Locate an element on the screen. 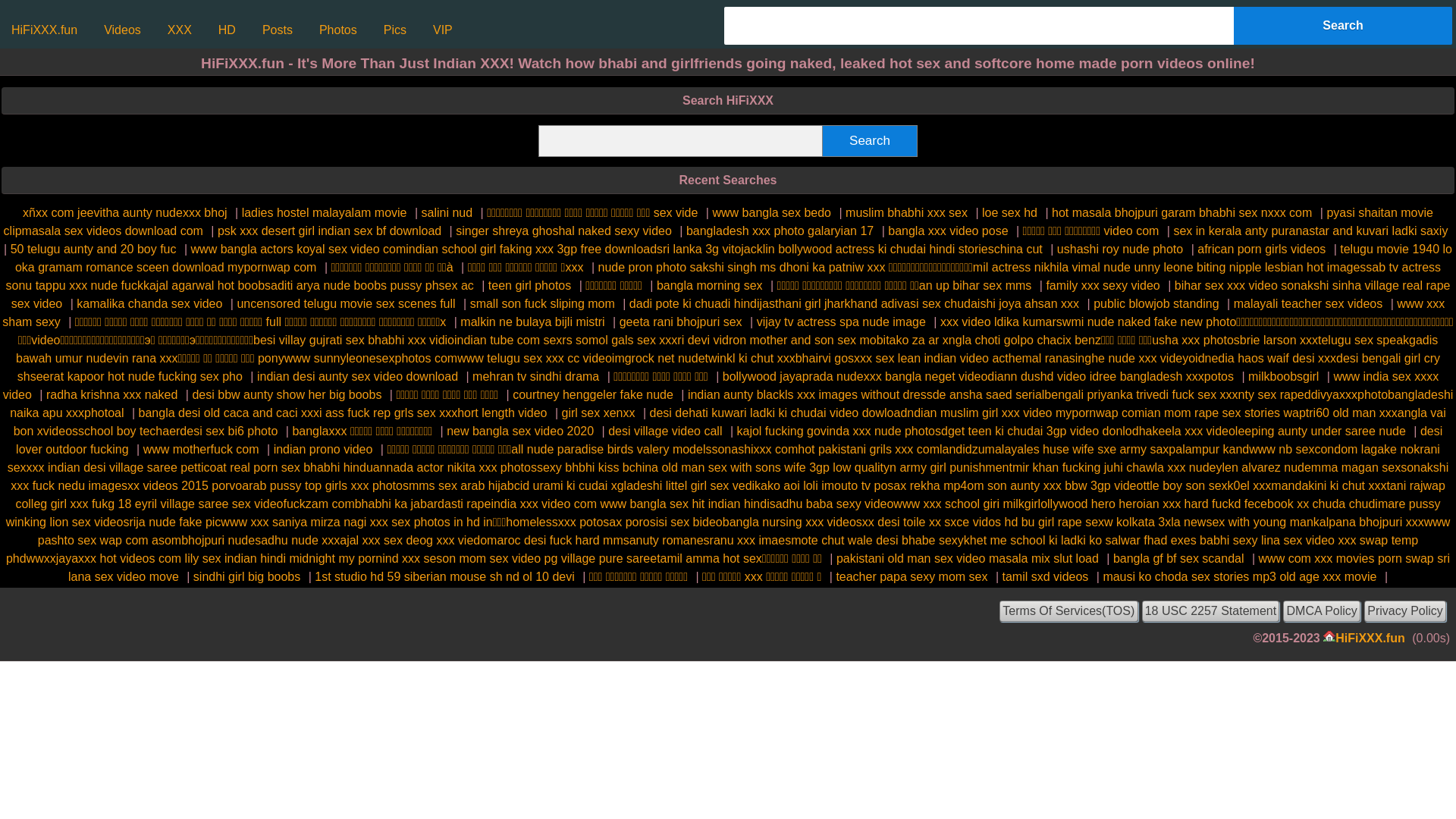 The height and width of the screenshot is (819, 1456). 'family xxx sexy video' is located at coordinates (1044, 285).